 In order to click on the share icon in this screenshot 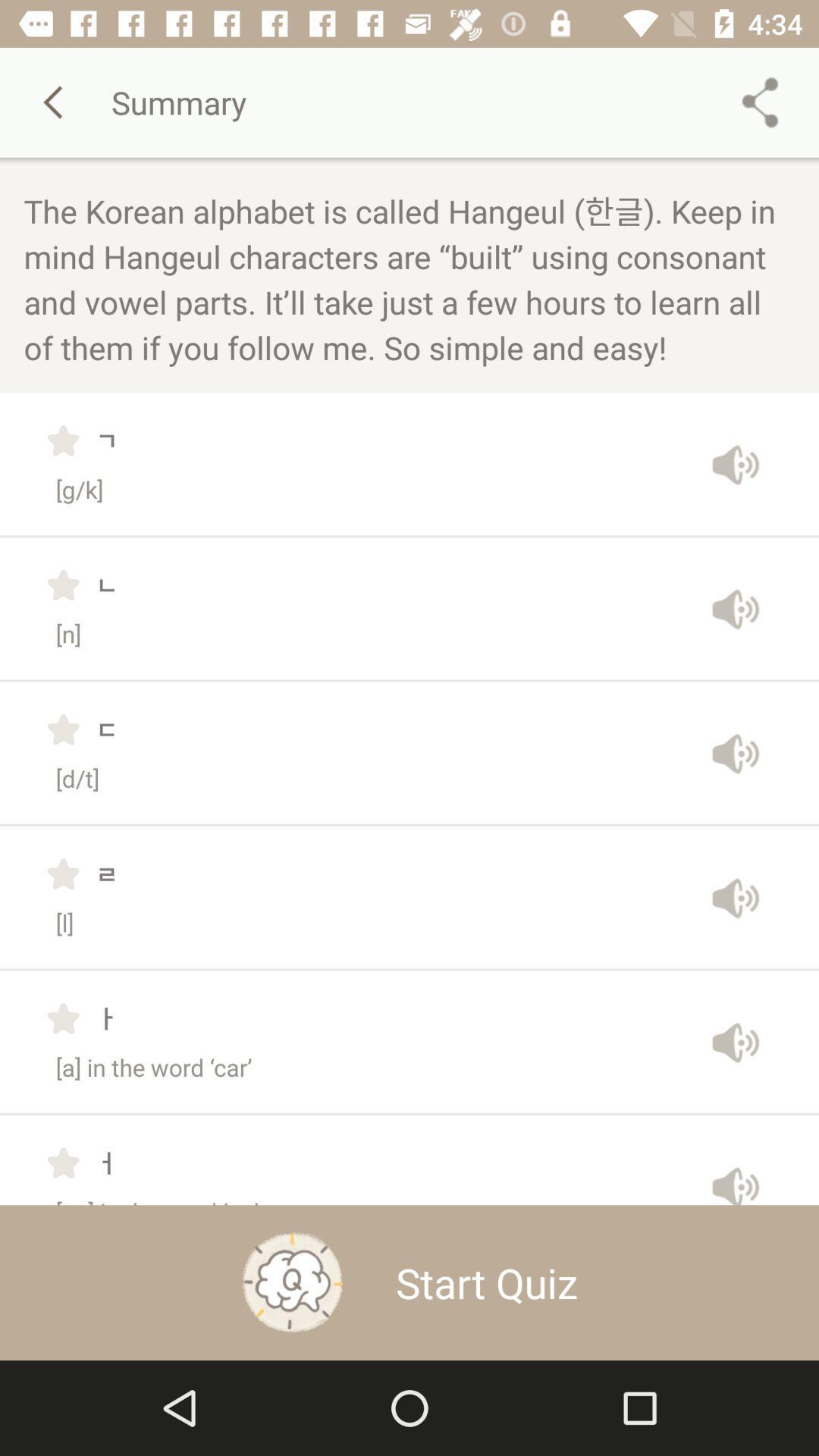, I will do `click(761, 102)`.